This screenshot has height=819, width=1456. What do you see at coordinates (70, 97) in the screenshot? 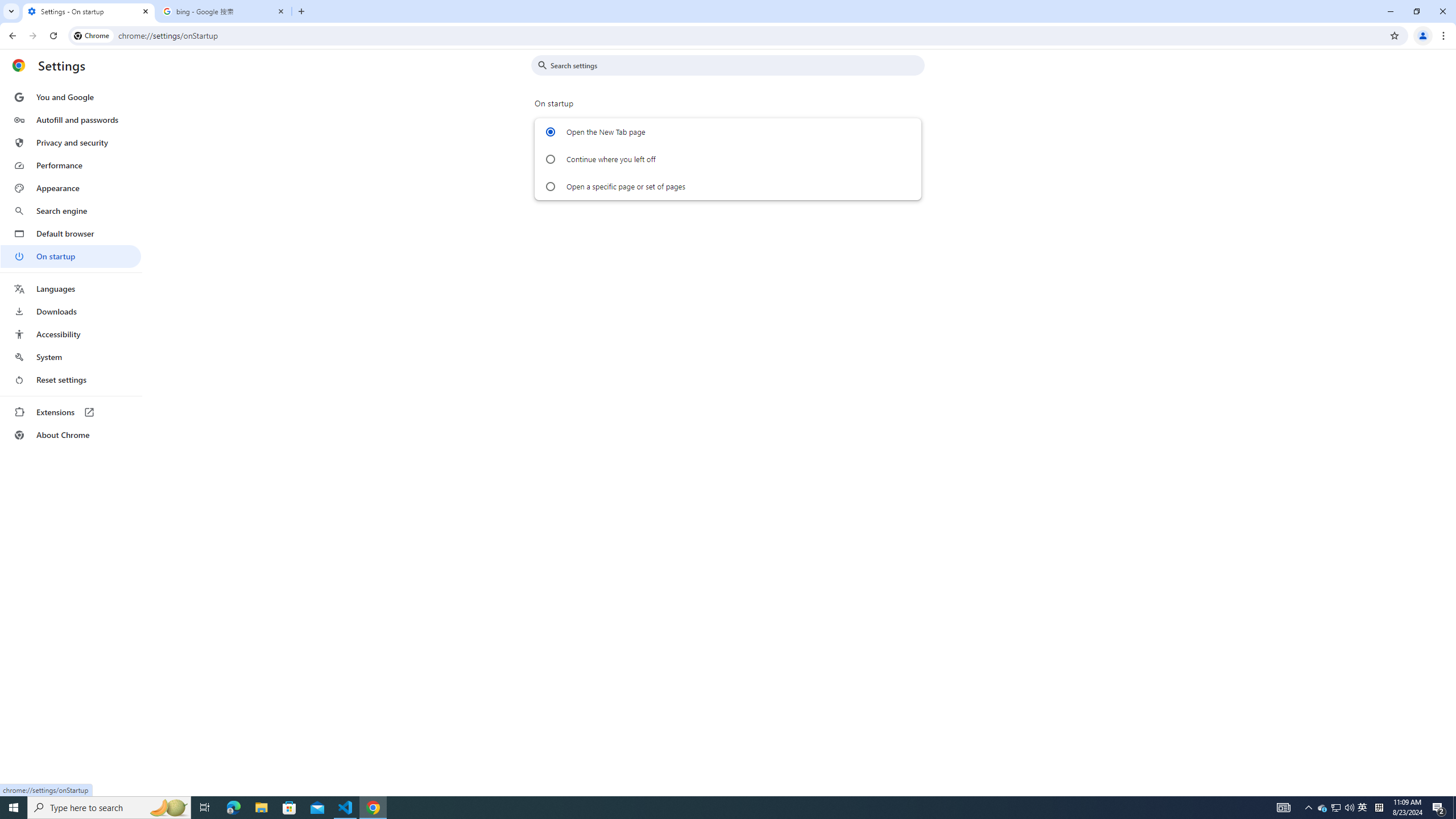
I see `'You and Google'` at bounding box center [70, 97].